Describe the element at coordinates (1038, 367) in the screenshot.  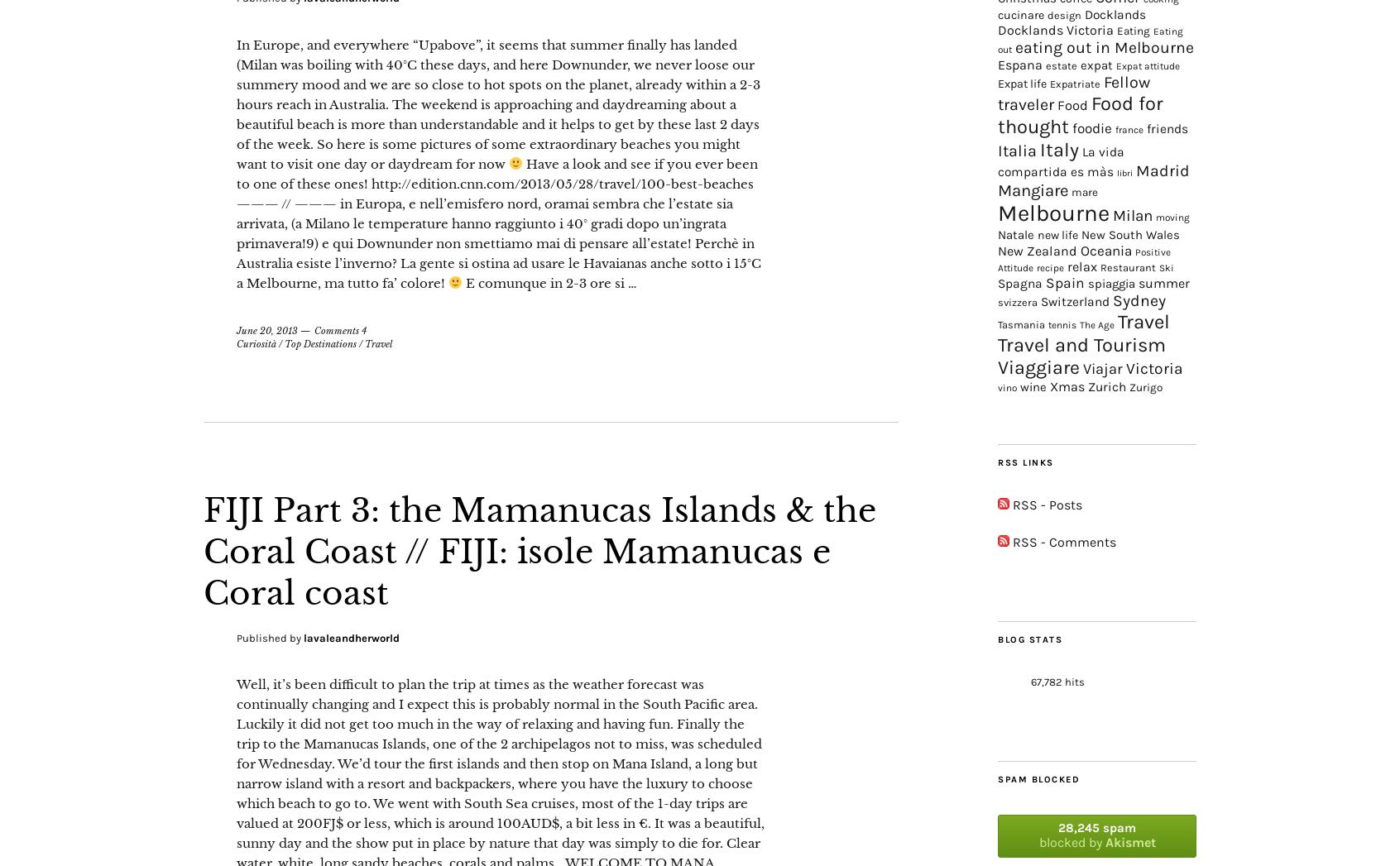
I see `'Viaggiare'` at that location.